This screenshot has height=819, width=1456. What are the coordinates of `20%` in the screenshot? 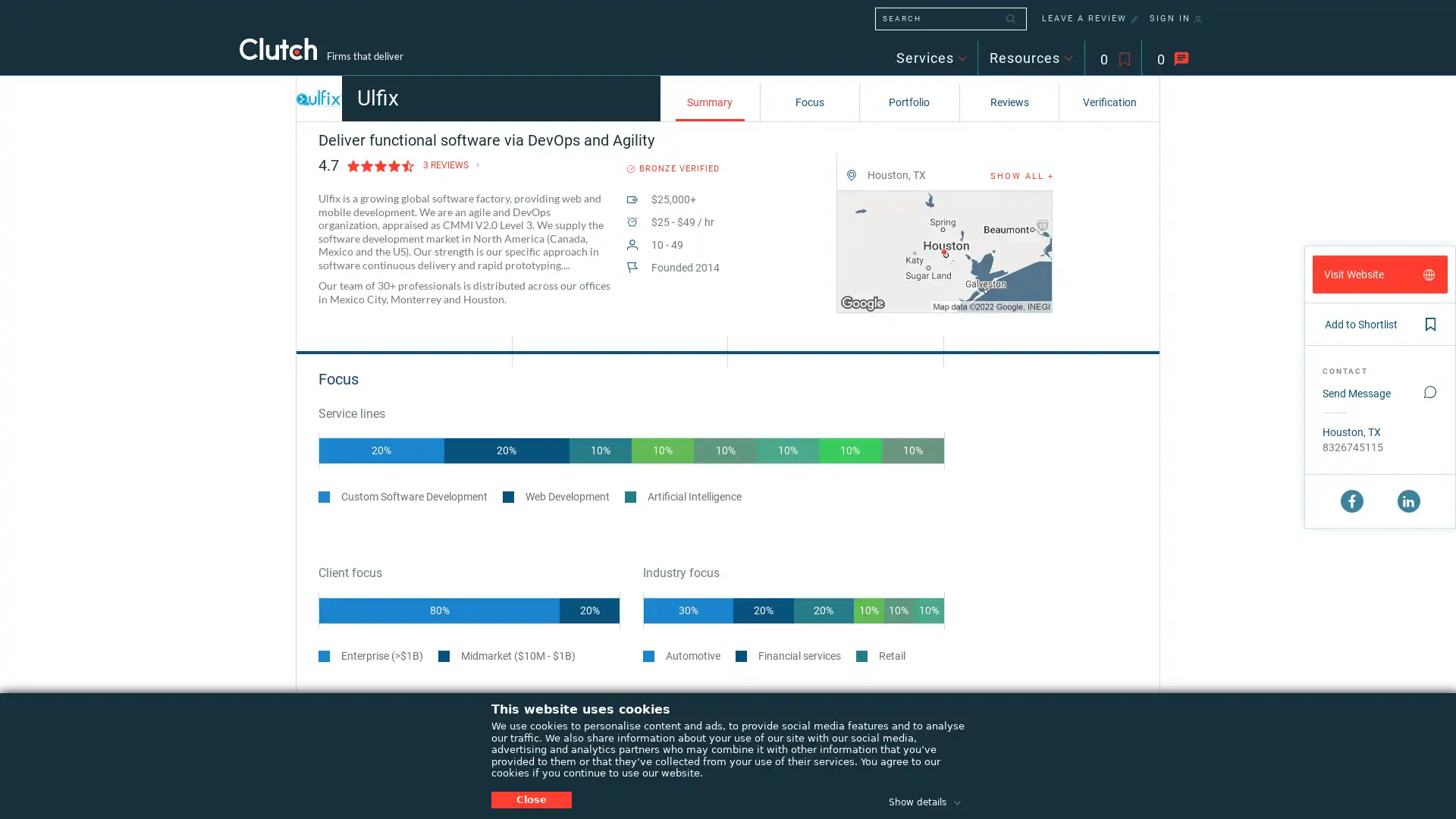 It's located at (672, 762).